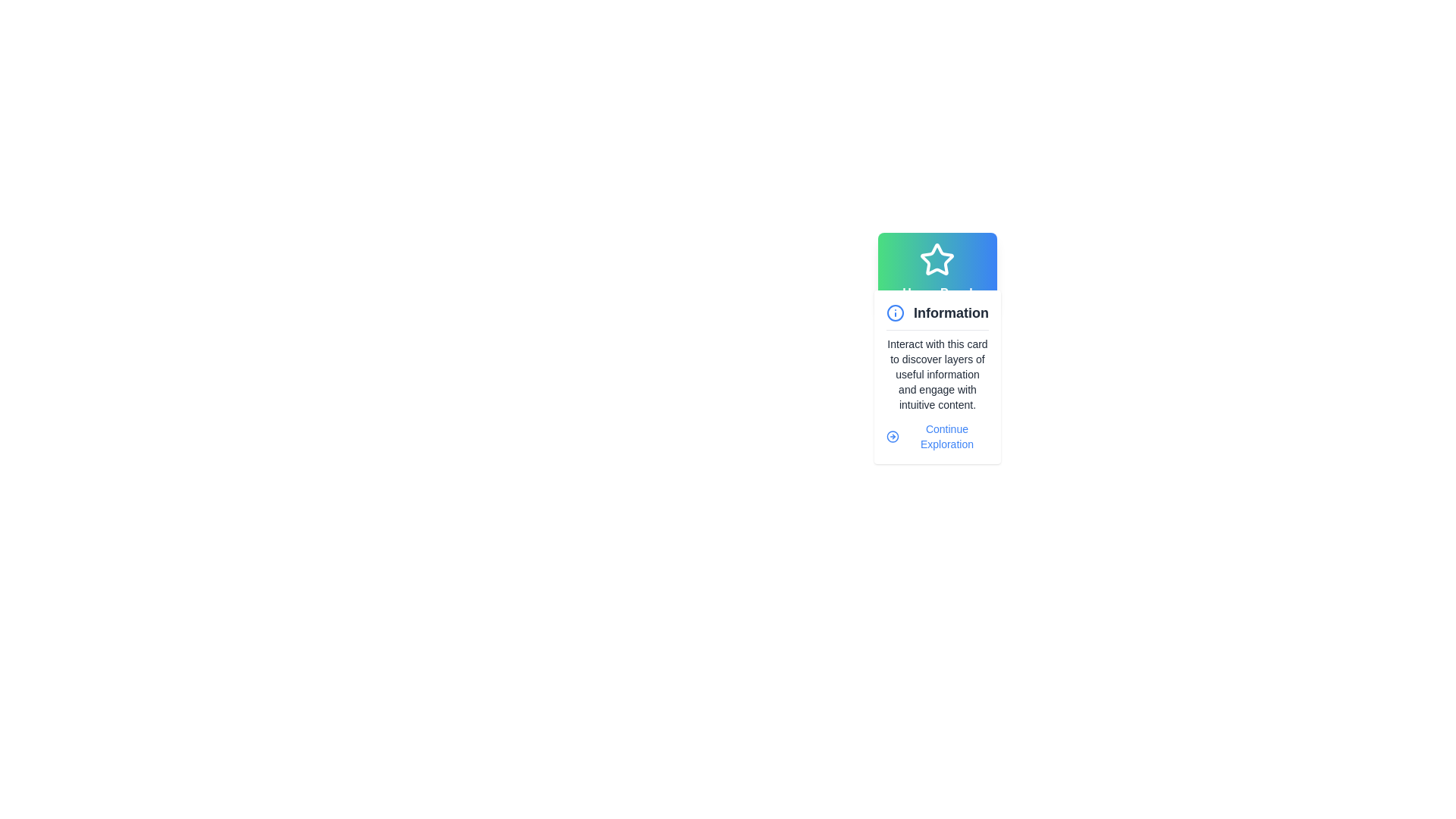  What do you see at coordinates (937, 436) in the screenshot?
I see `the navigational link at the bottom of the card structure` at bounding box center [937, 436].